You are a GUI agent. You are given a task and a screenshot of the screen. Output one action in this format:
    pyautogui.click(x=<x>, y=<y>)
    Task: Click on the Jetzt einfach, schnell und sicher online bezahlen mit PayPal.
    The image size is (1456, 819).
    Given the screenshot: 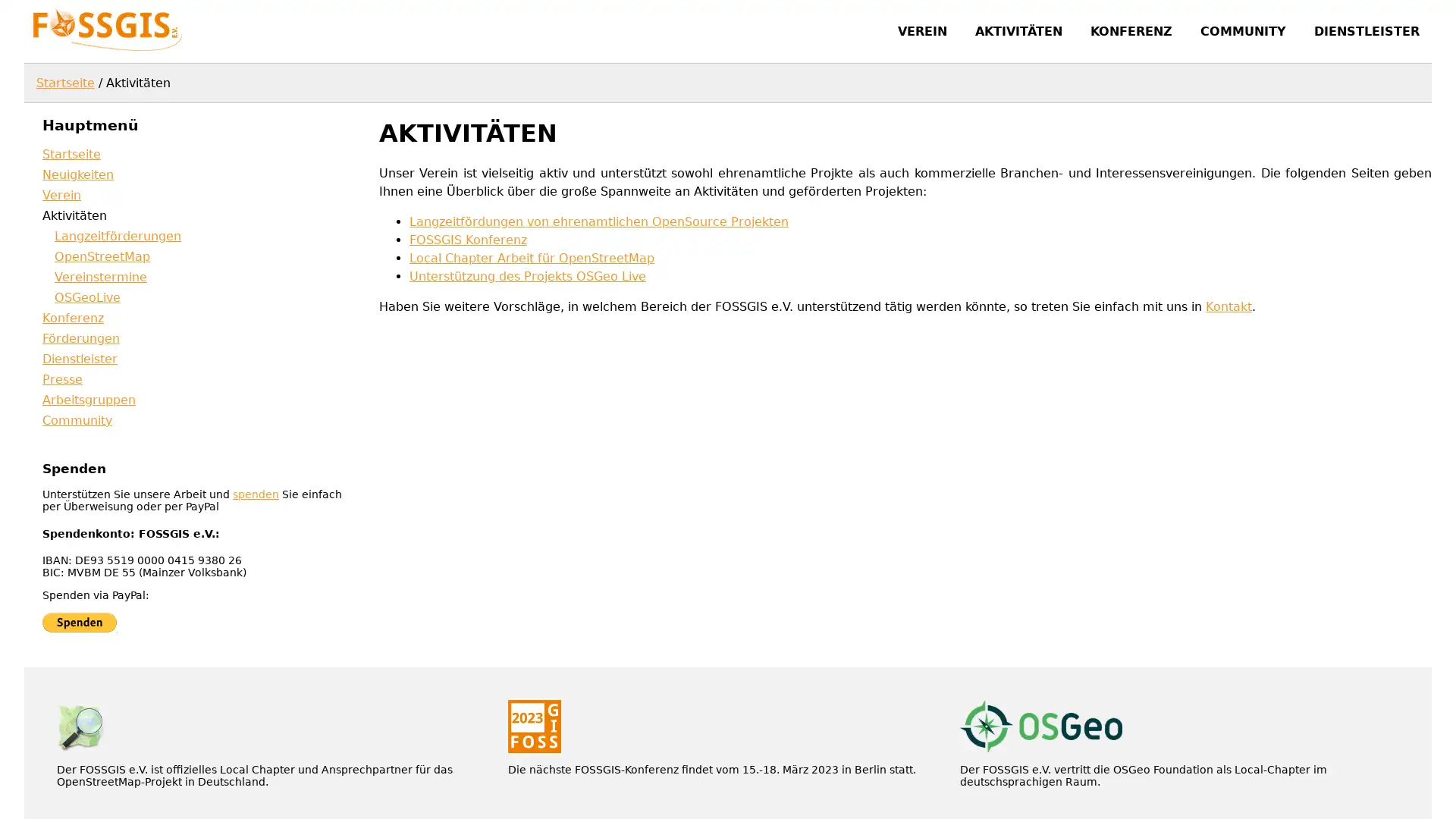 What is the action you would take?
    pyautogui.click(x=79, y=622)
    